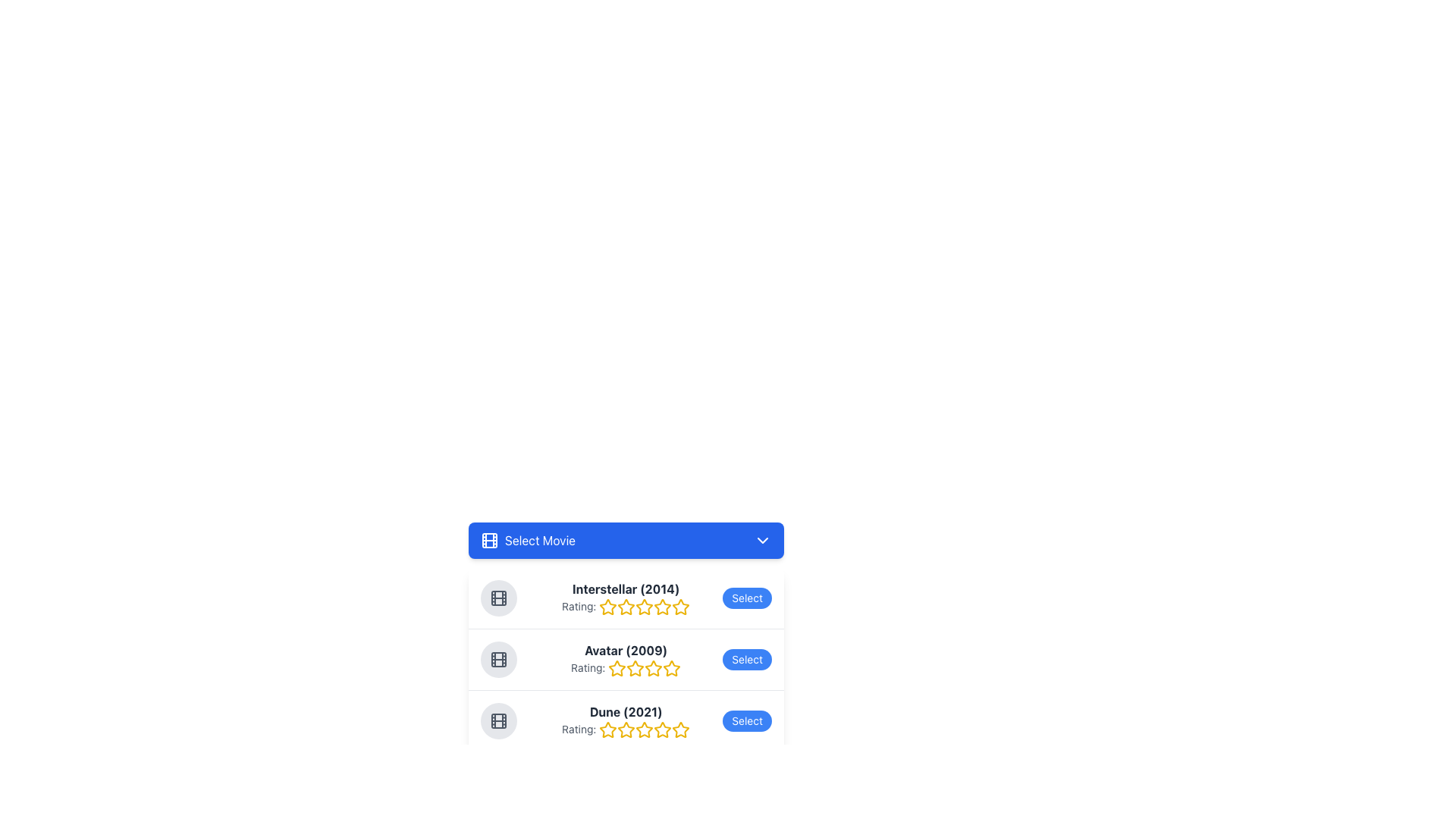  I want to click on the second icon in the dropdown interface that visually represents or categorizes the movie item, located below 'Interstellar (2014)' and above 'Dune (2021)', so click(498, 659).